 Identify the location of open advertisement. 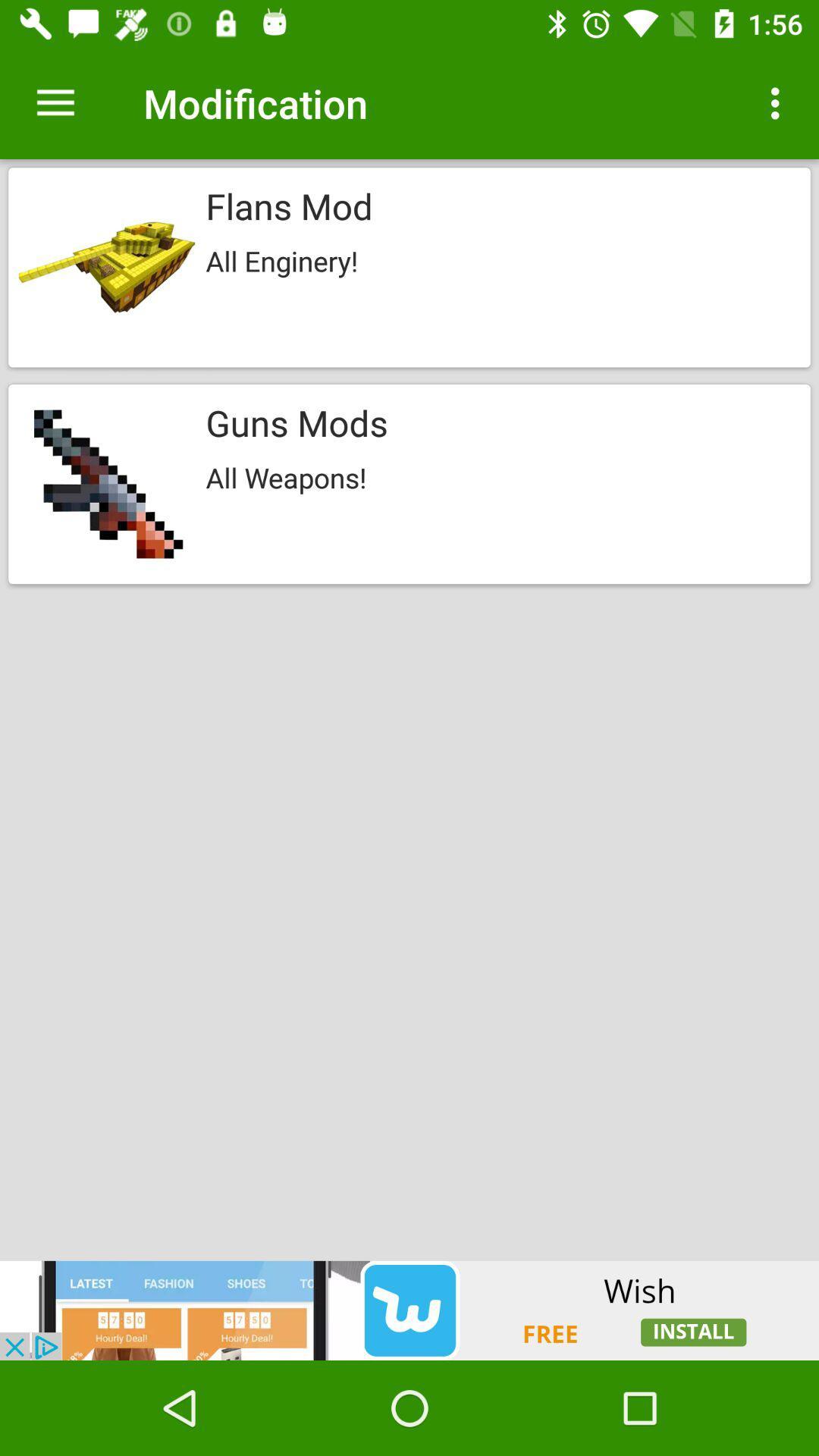
(409, 1310).